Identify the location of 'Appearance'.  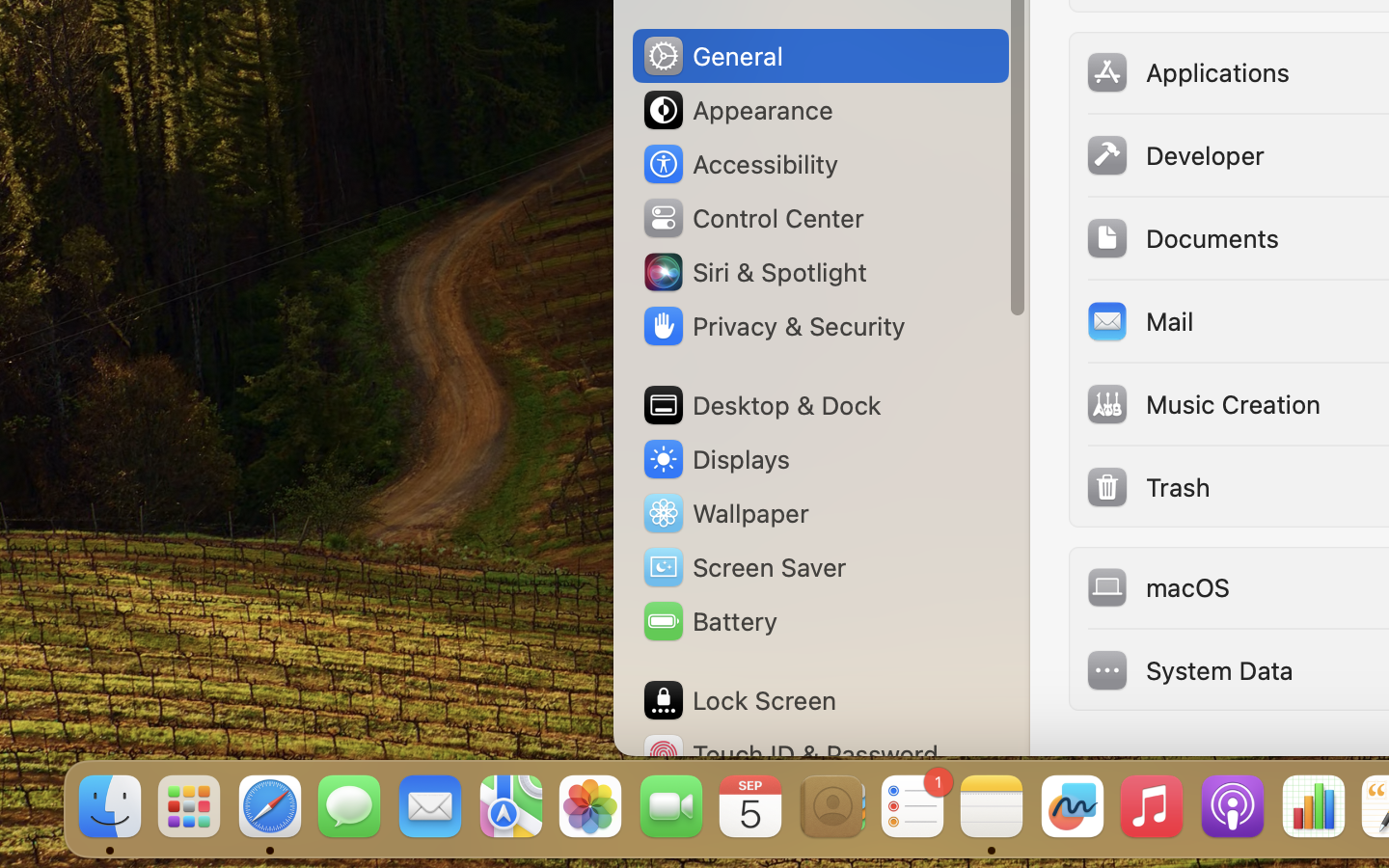
(736, 110).